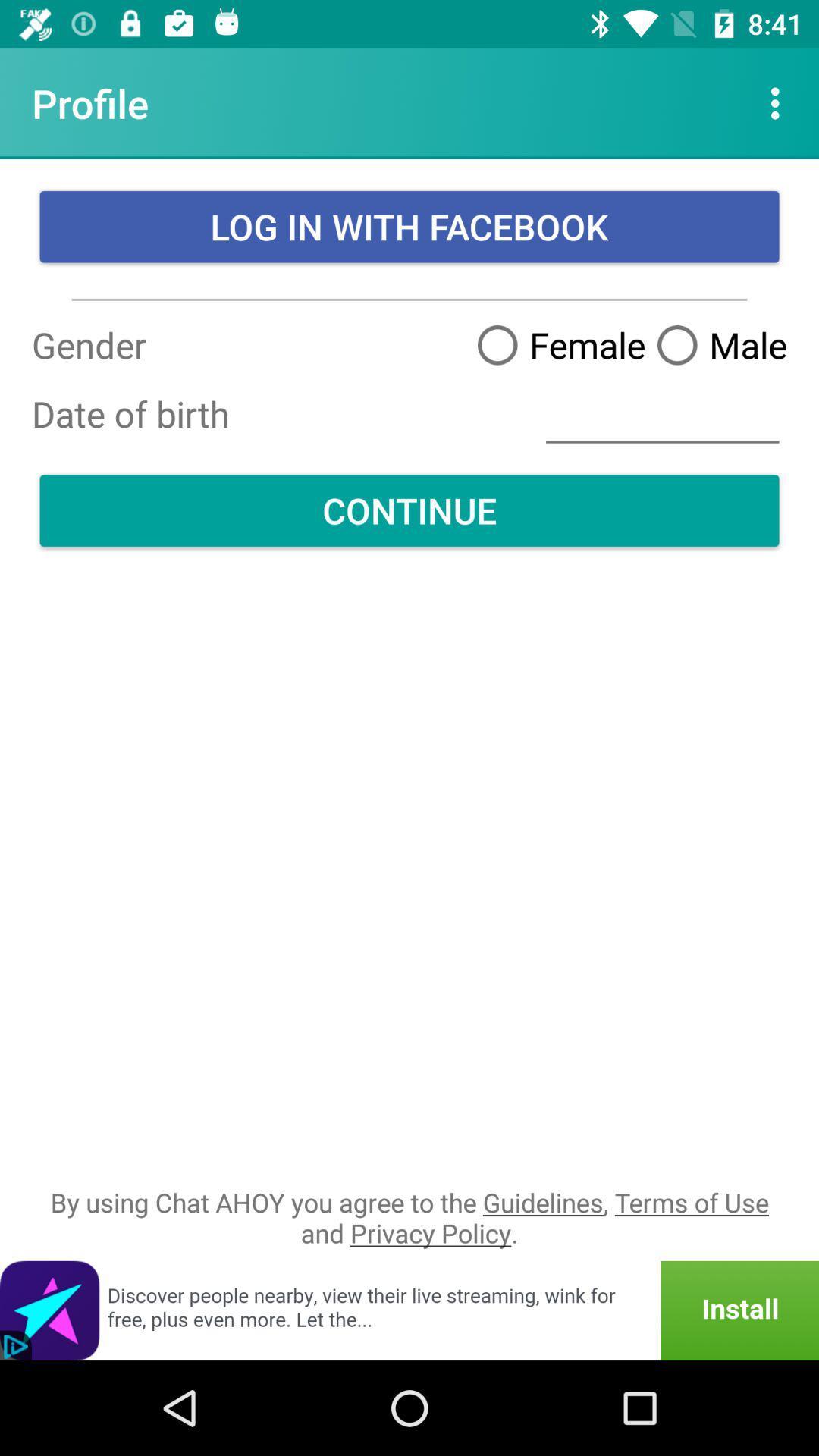  What do you see at coordinates (555, 344) in the screenshot?
I see `the item to the left of male item` at bounding box center [555, 344].